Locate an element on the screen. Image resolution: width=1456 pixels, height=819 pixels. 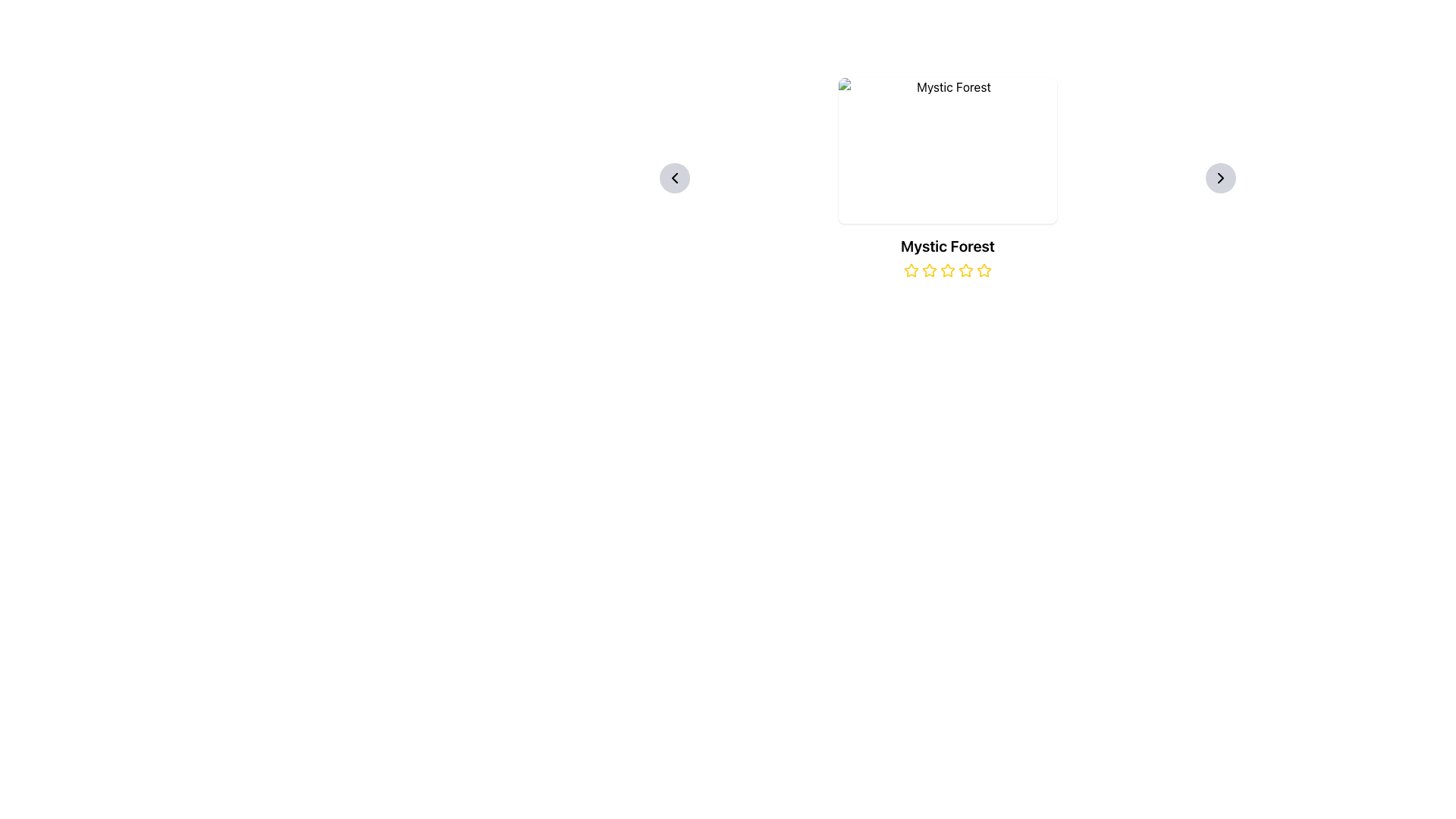
the Rating component, which consists of five yellow, hollowed-out star icons arranged in a row, located below the 'Mystic Forest' title is located at coordinates (946, 270).